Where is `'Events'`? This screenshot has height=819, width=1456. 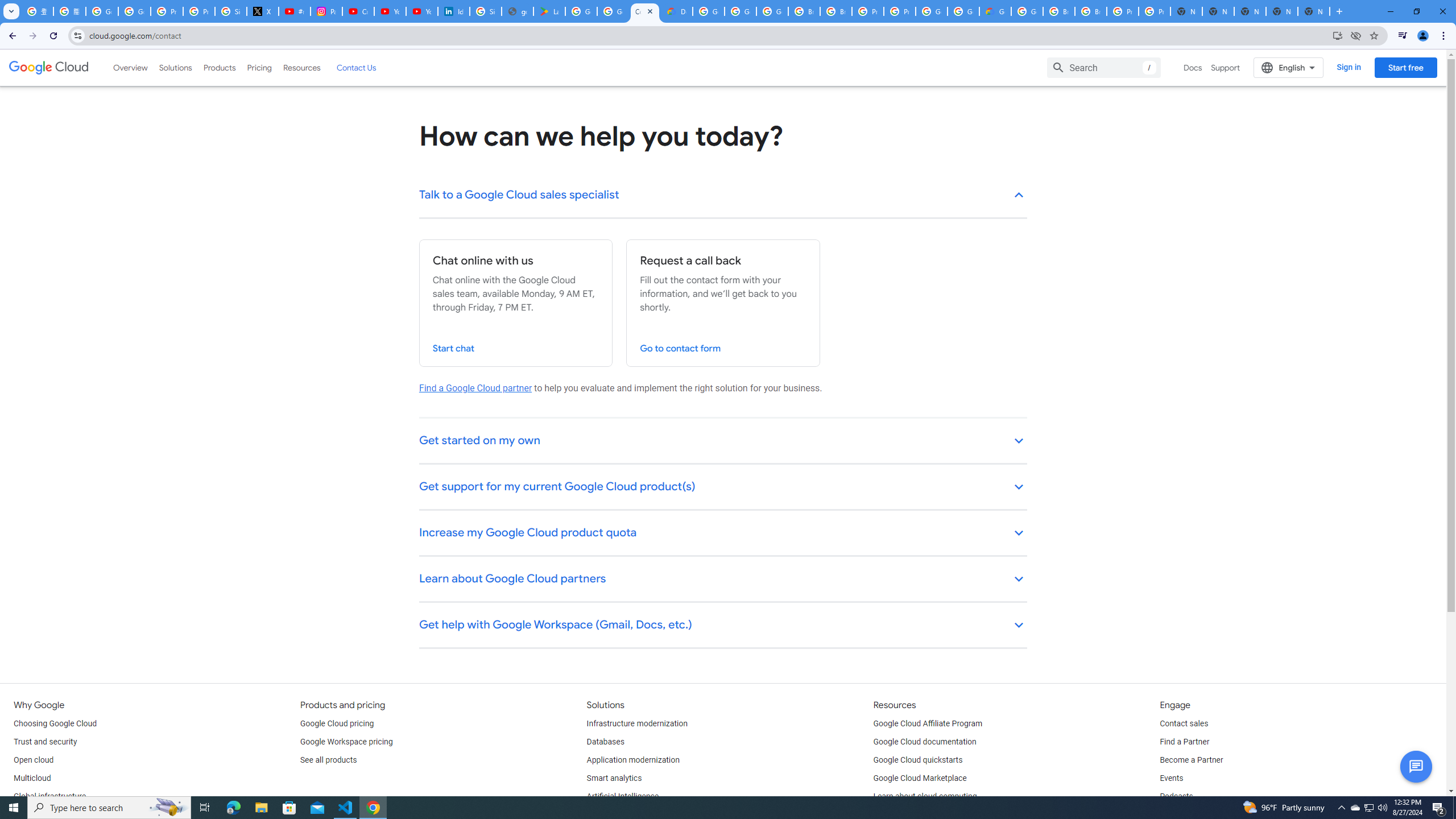
'Events' is located at coordinates (1170, 778).